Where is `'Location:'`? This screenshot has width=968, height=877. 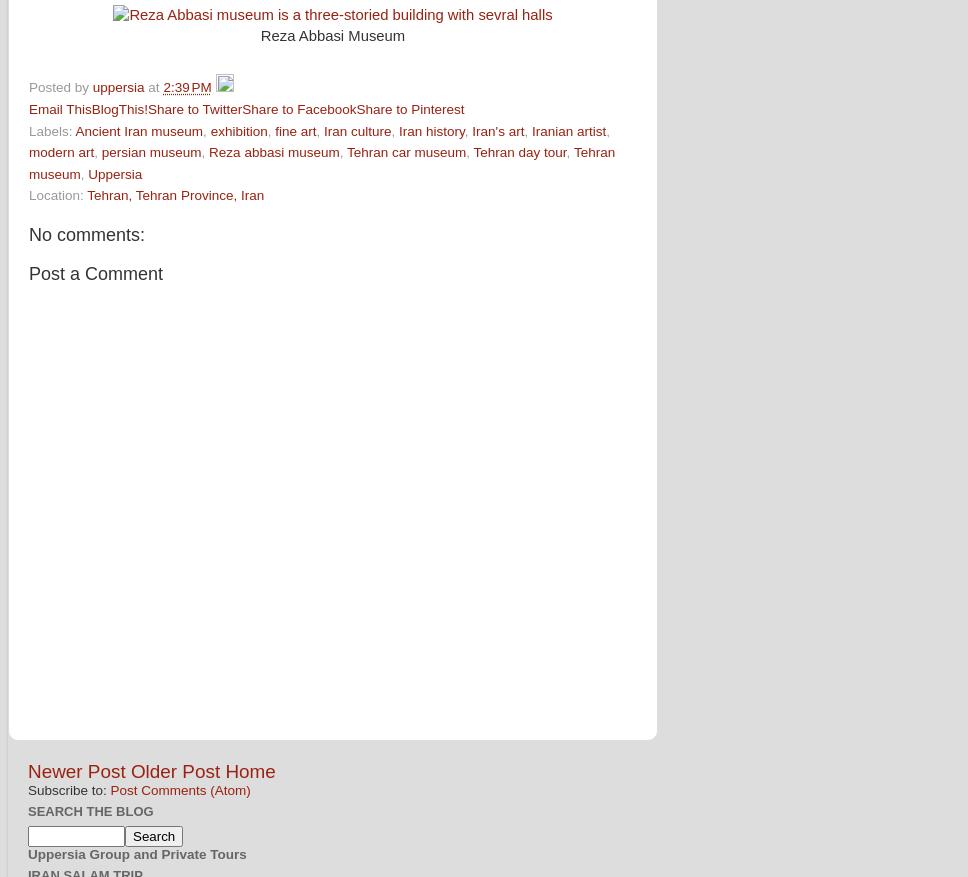
'Location:' is located at coordinates (56, 194).